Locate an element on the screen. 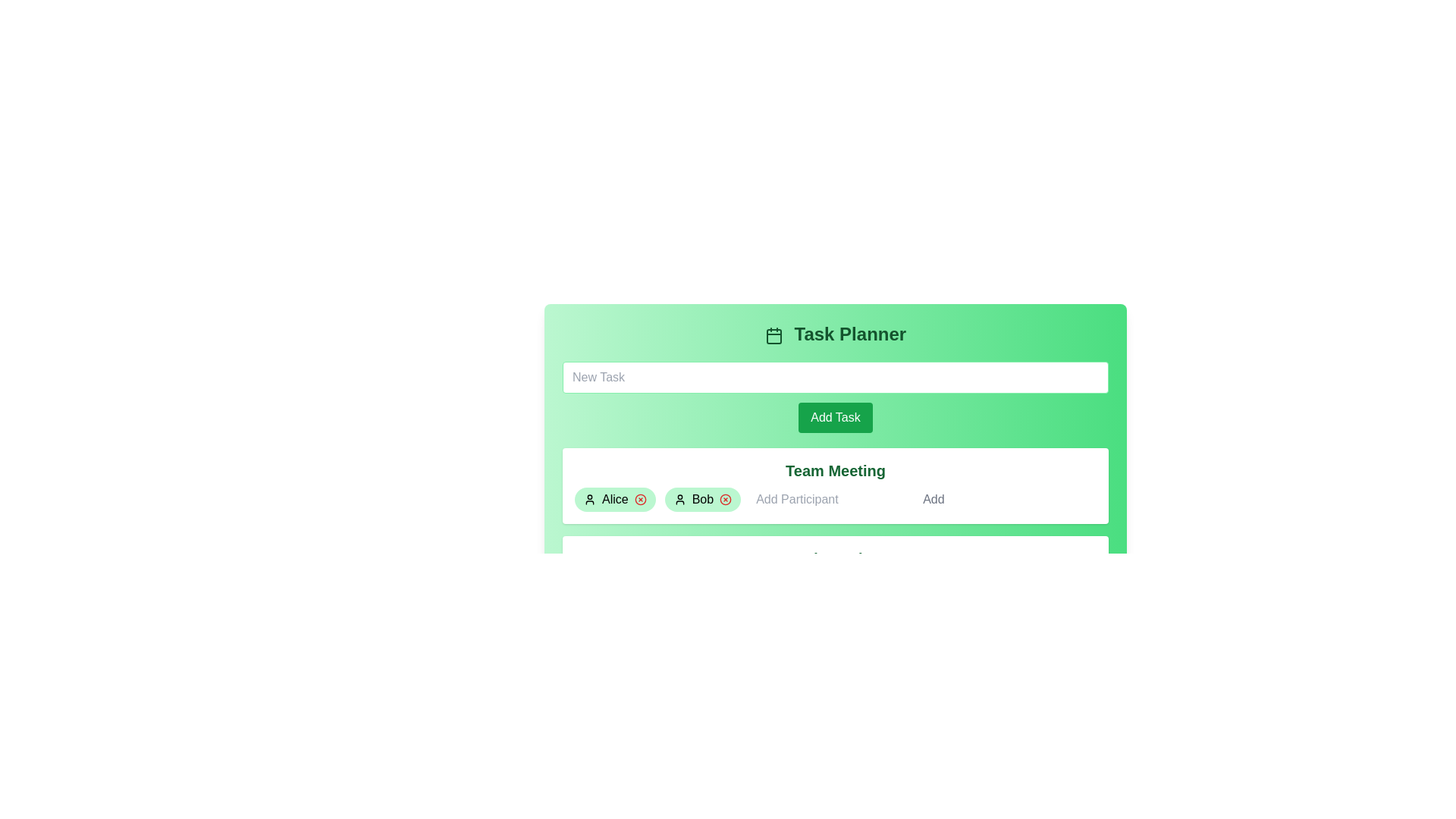 The height and width of the screenshot is (819, 1456). the central decorative SVG element of the calendar icon, which is part of a 24x24 pixel viewbox and contributes to the visual representation of a calendar is located at coordinates (773, 335).